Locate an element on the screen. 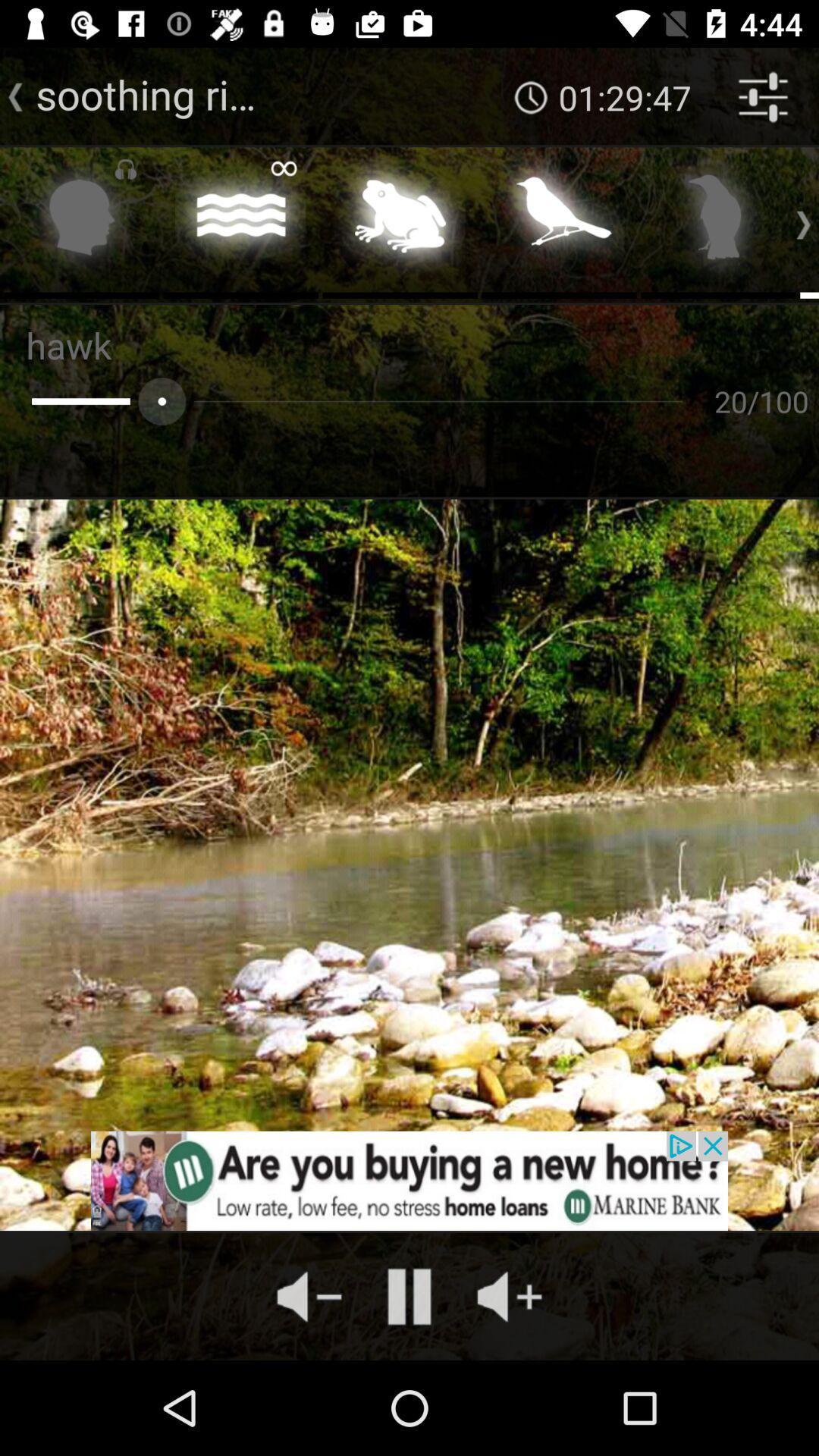 The image size is (819, 1456). sound of frogs is located at coordinates (399, 221).